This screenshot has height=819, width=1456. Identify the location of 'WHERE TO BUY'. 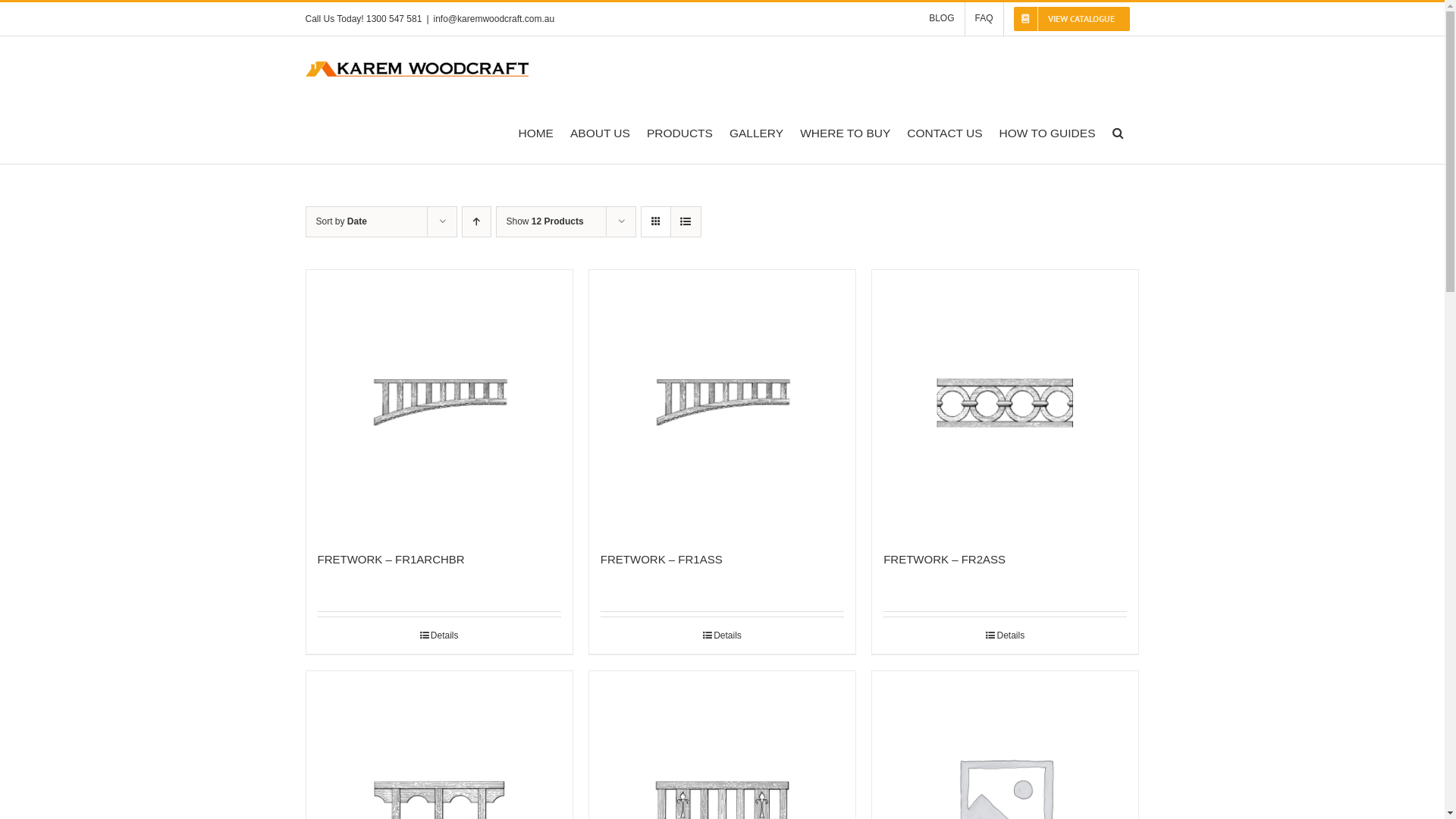
(799, 130).